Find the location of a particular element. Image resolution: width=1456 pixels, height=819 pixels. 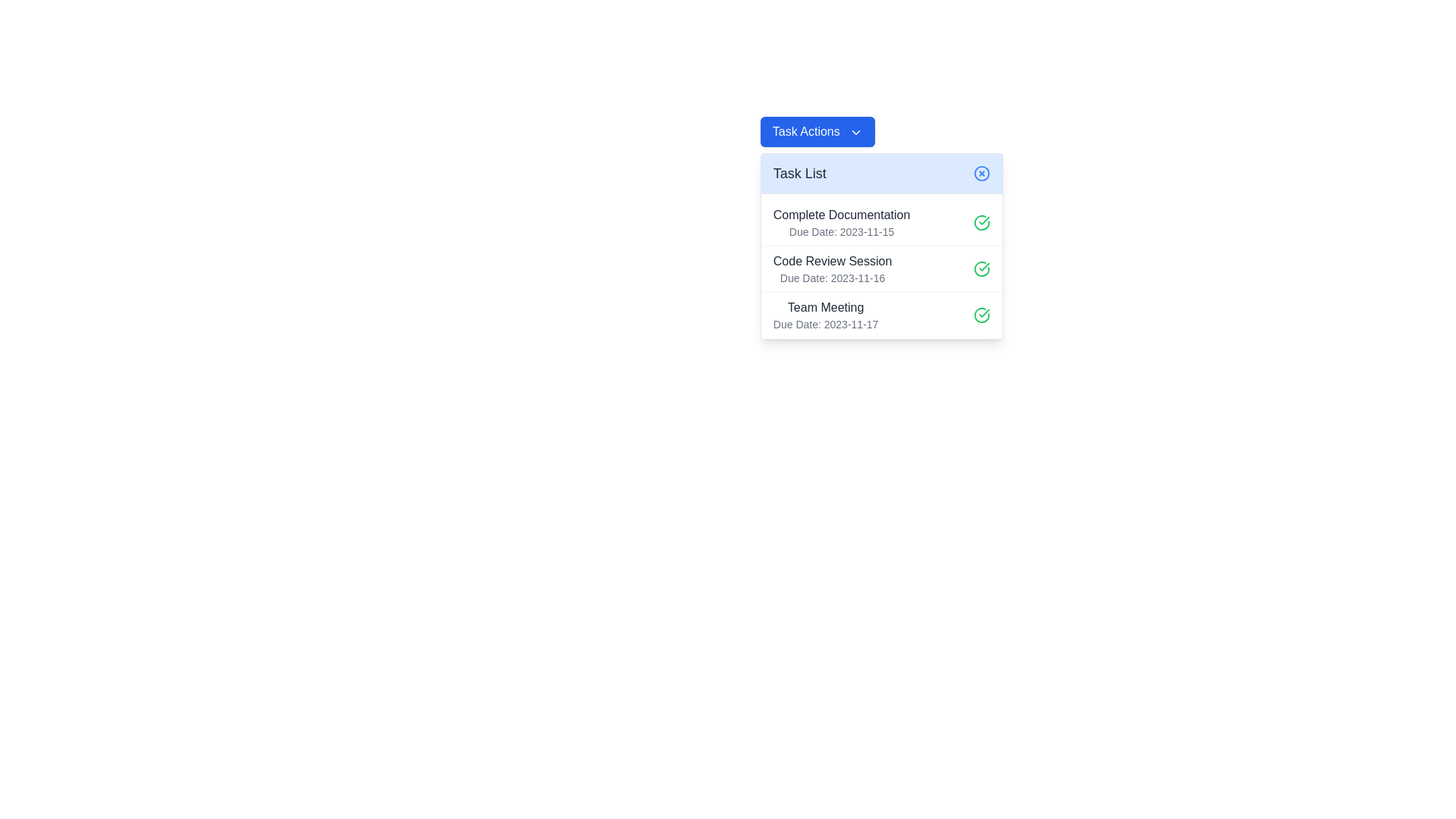

the 'Code Review Session' text label, which is displayed in medium-dark gray font within the task list interface, positioned between 'Complete Documentation' and 'Team Meeting' is located at coordinates (832, 260).